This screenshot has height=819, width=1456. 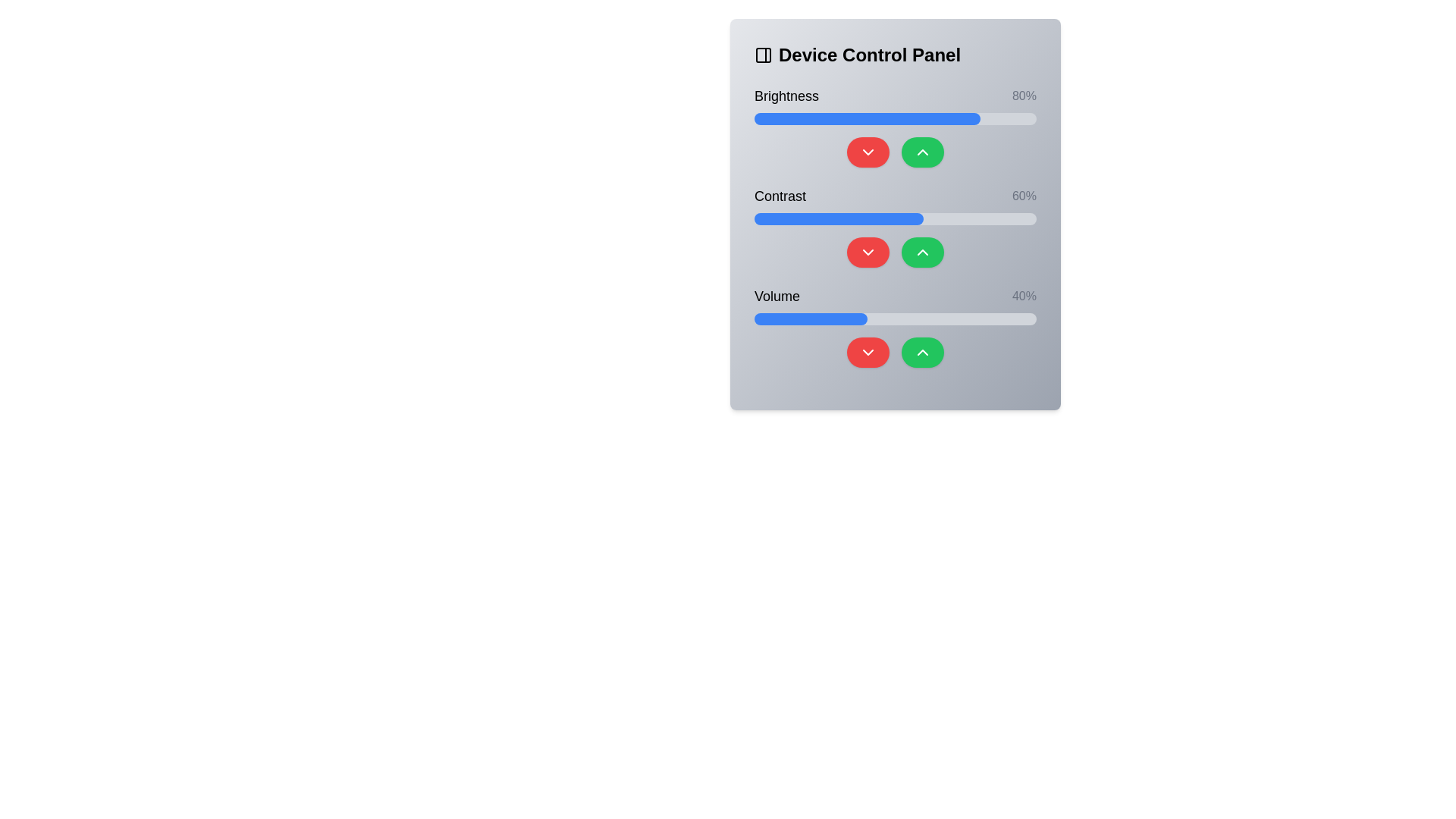 What do you see at coordinates (886, 318) in the screenshot?
I see `the progress of the slider` at bounding box center [886, 318].